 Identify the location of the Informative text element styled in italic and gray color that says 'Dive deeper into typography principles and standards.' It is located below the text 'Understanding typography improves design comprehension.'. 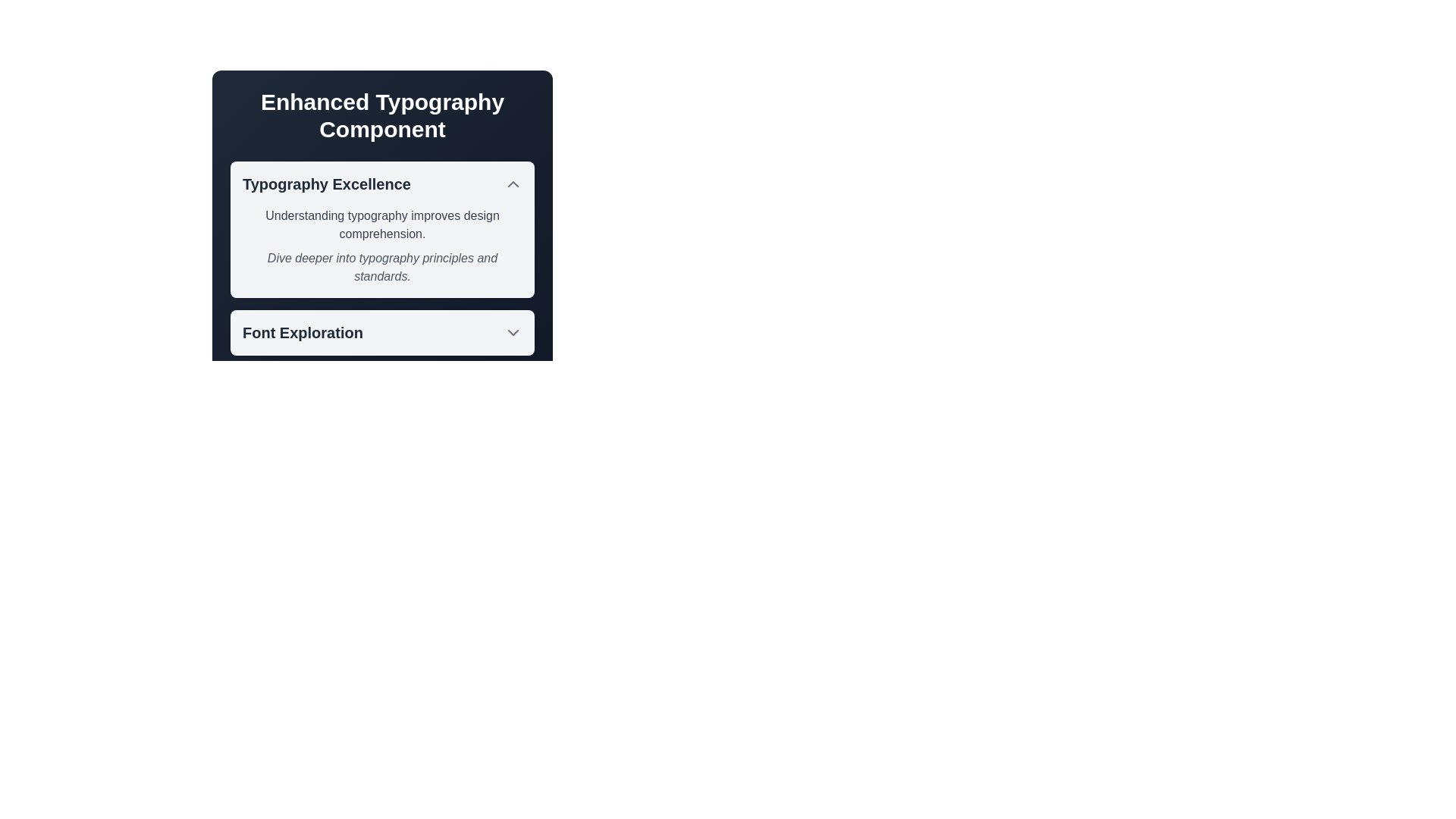
(382, 267).